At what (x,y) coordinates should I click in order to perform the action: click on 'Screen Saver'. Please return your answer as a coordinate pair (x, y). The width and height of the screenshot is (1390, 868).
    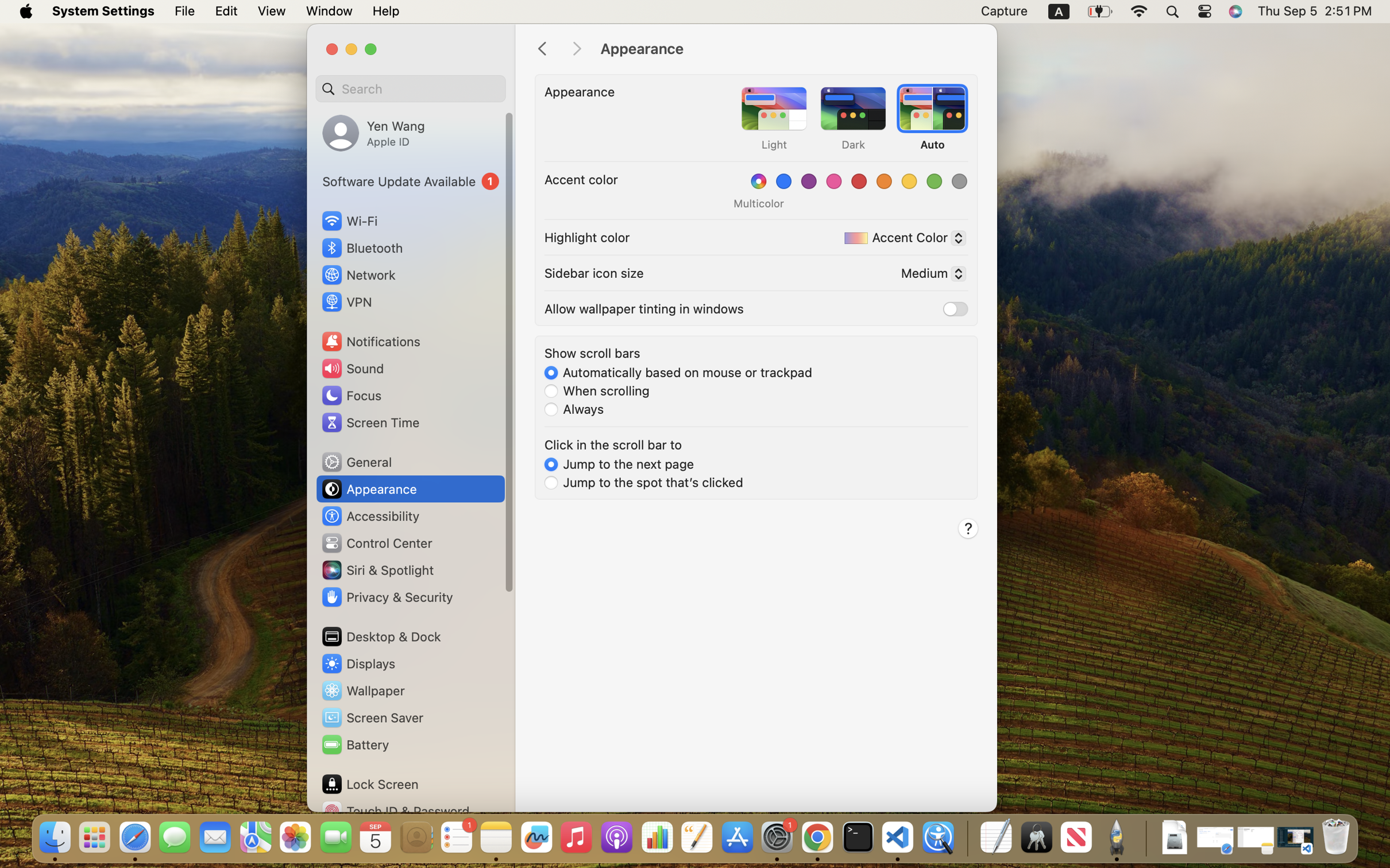
    Looking at the image, I should click on (371, 718).